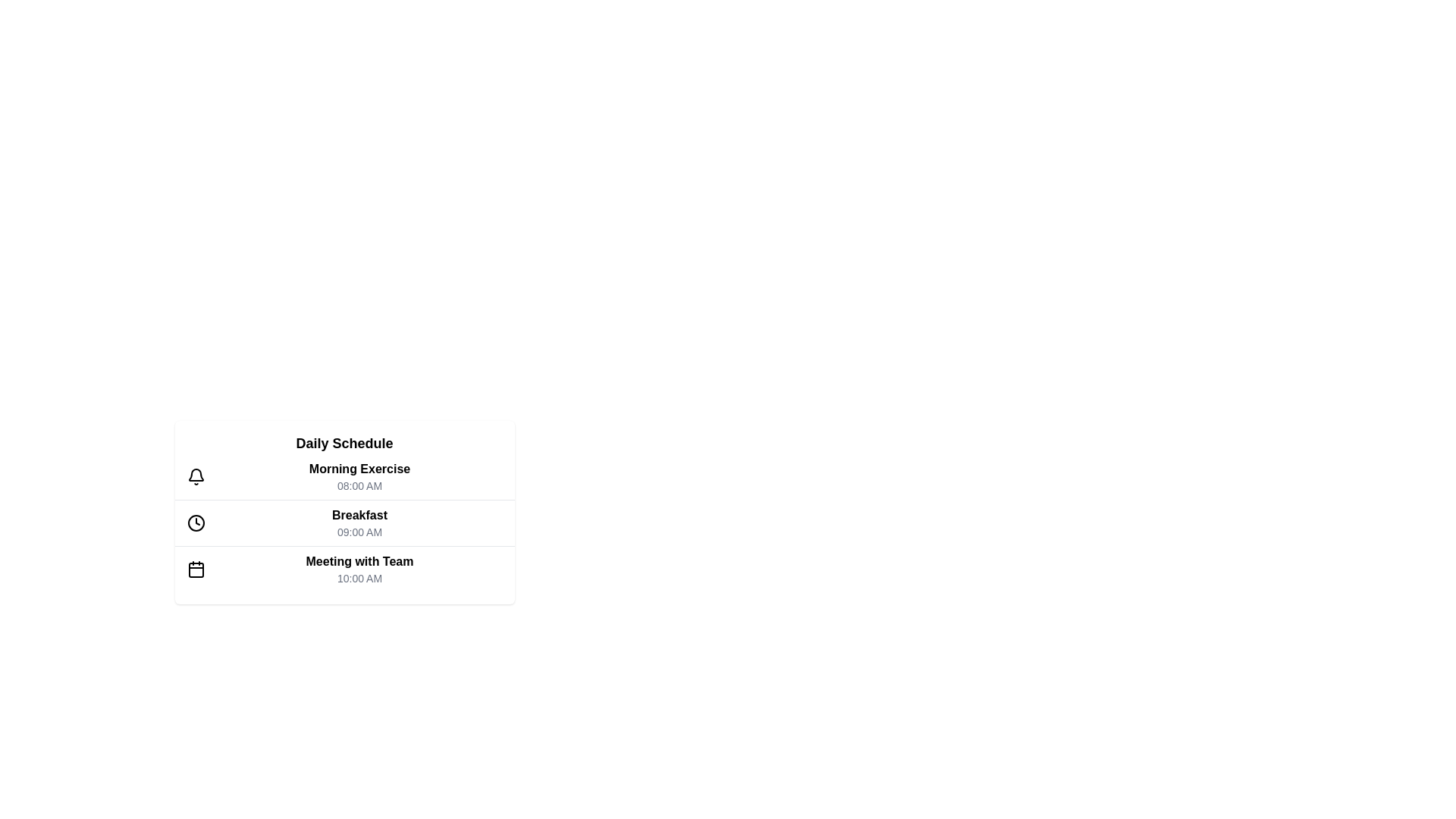  Describe the element at coordinates (344, 475) in the screenshot. I see `the list item containing the ringing bell icon and the title 'Morning Exercise'` at that location.